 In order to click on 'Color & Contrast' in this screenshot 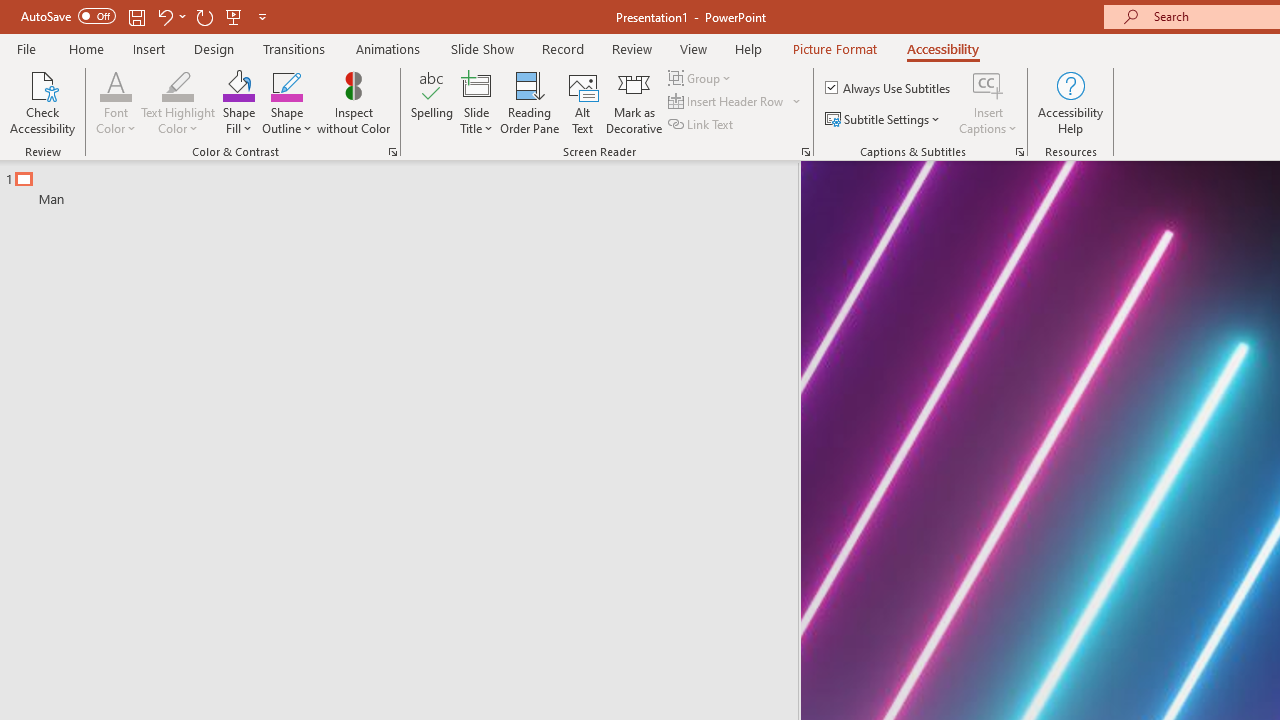, I will do `click(392, 150)`.